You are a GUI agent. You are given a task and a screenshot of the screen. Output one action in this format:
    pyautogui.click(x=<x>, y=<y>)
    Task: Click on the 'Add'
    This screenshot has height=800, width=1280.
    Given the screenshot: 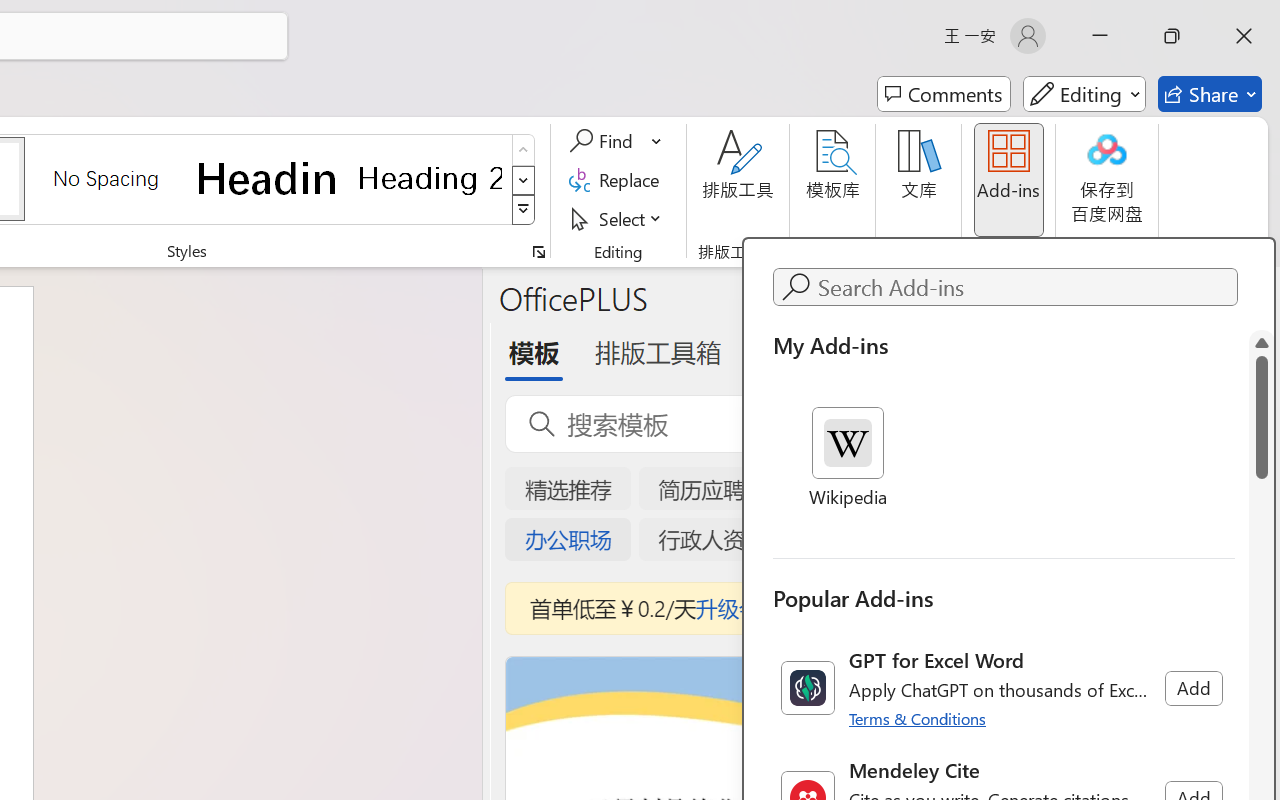 What is the action you would take?
    pyautogui.click(x=1193, y=688)
    